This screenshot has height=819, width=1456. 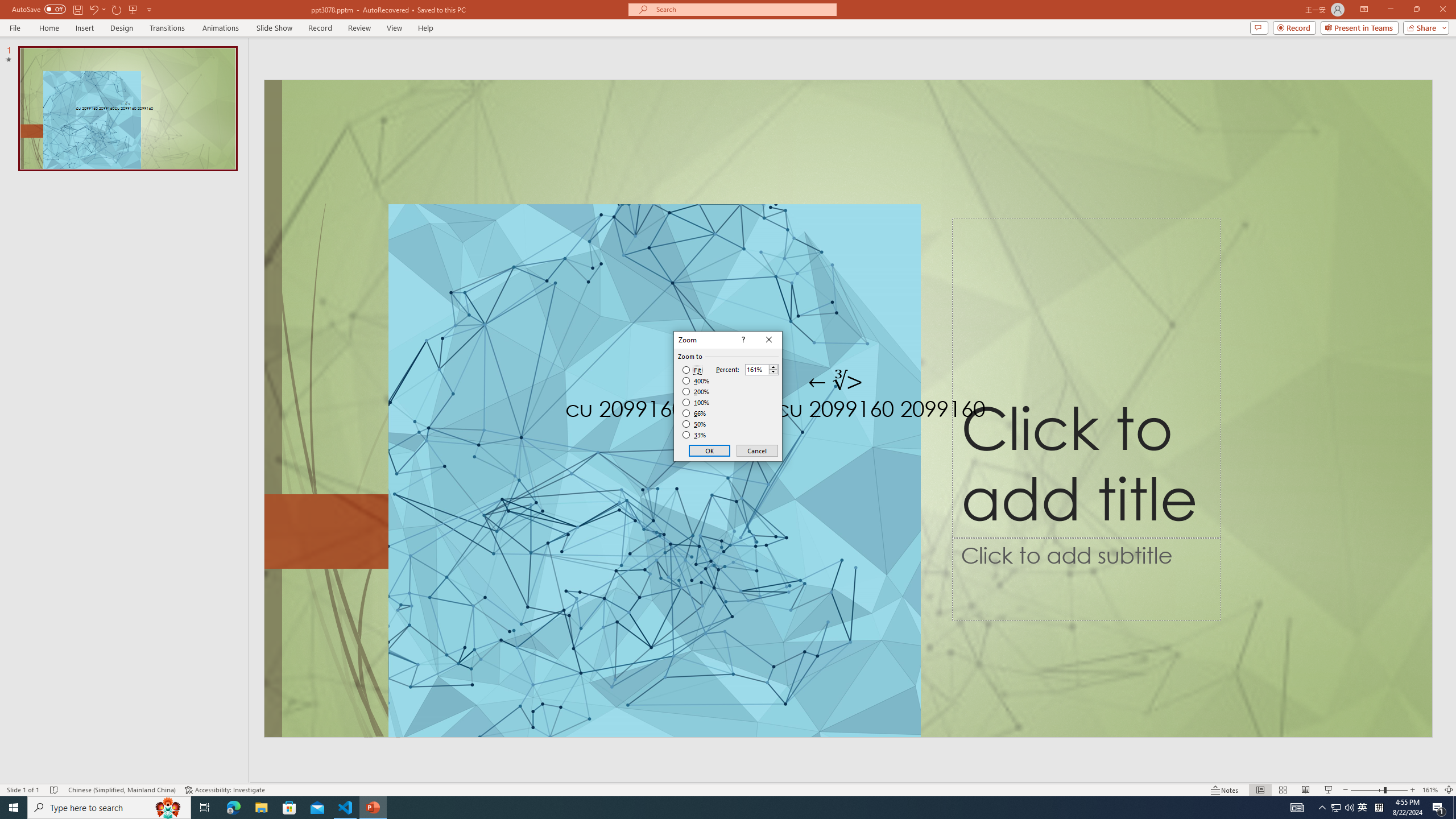 What do you see at coordinates (695, 435) in the screenshot?
I see `'33%'` at bounding box center [695, 435].